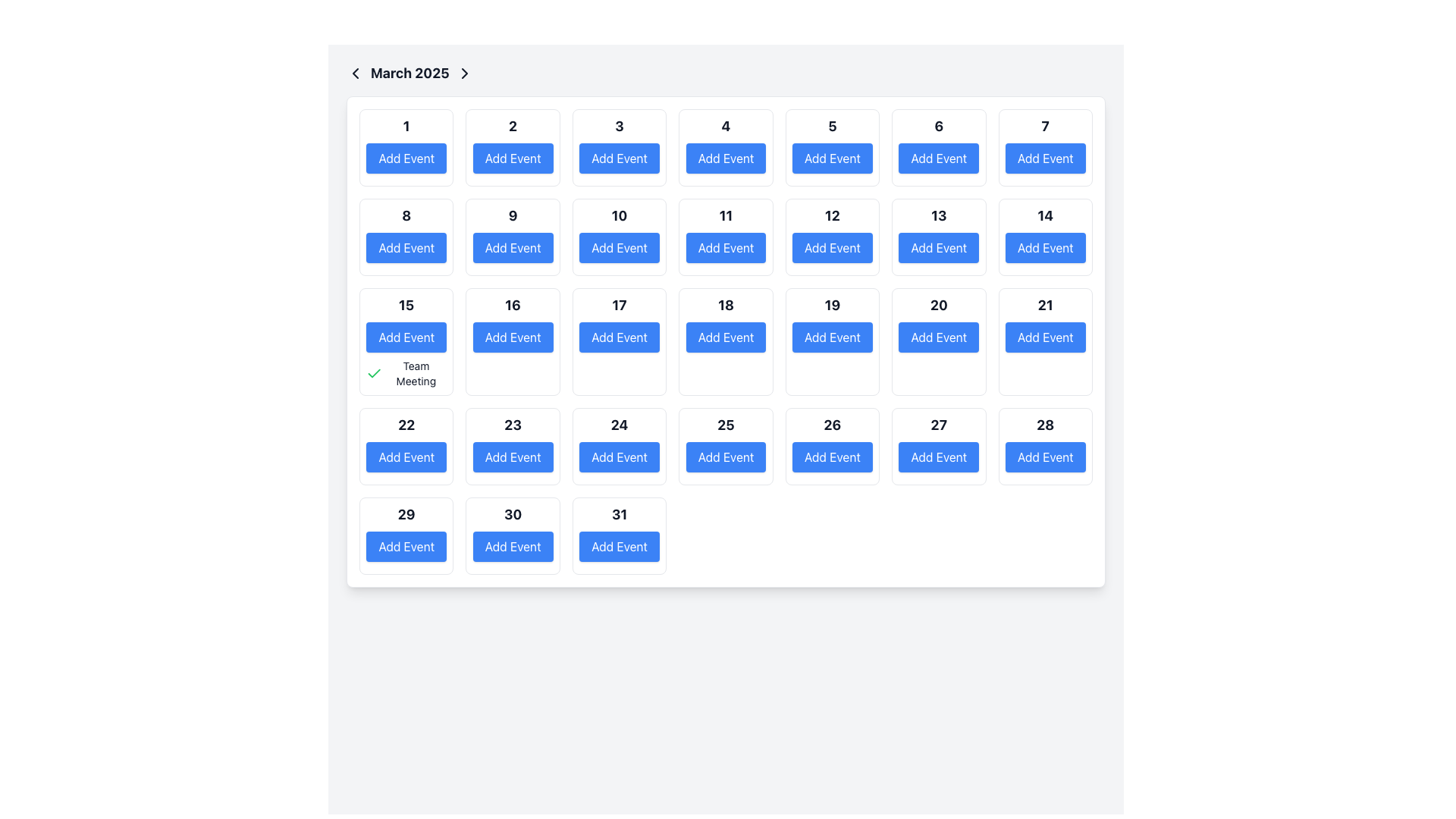 The width and height of the screenshot is (1456, 819). What do you see at coordinates (620, 336) in the screenshot?
I see `the button labeled '17' to initiate an event addition, located in the second row and third column of the calendar grid` at bounding box center [620, 336].